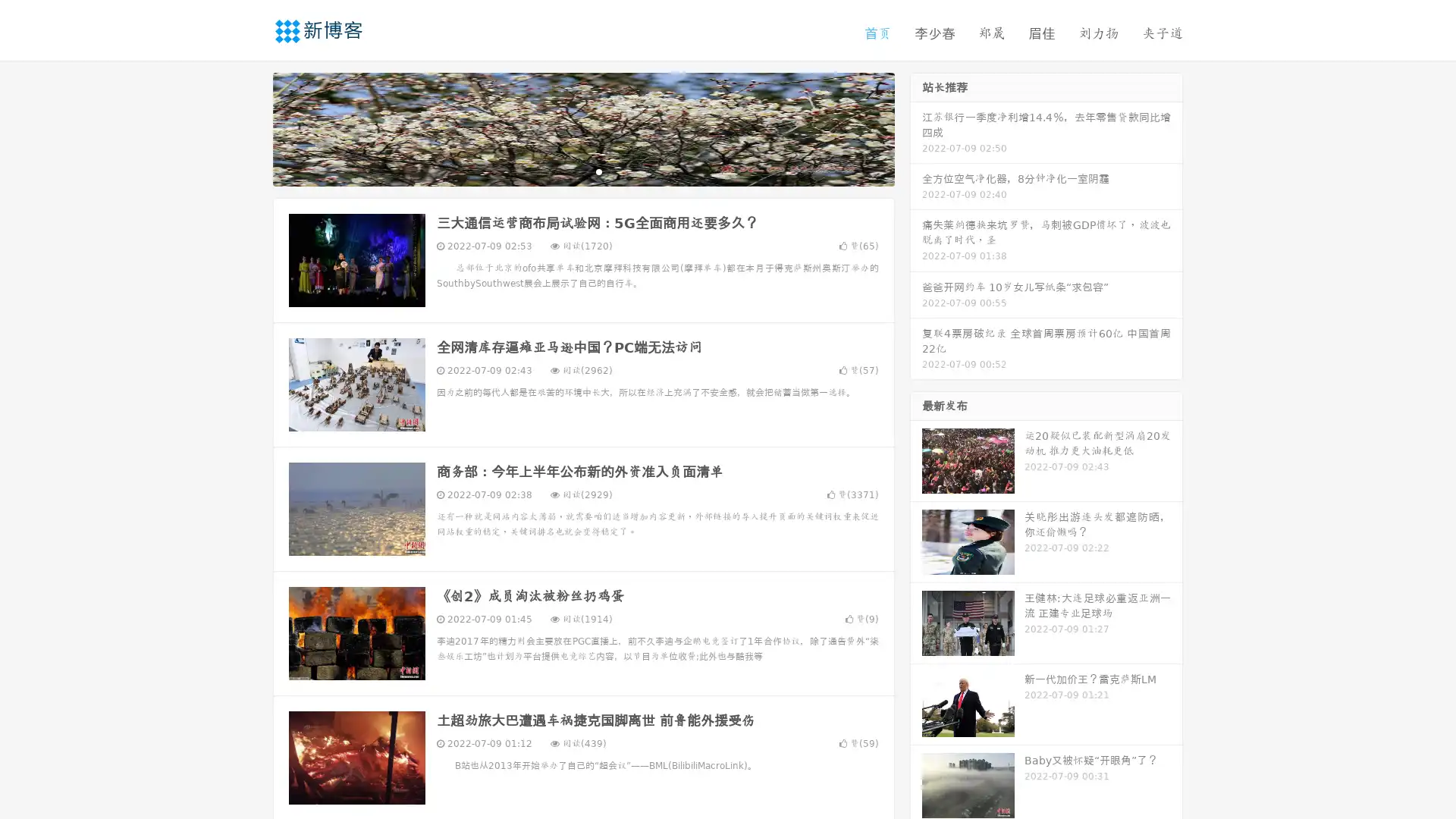  Describe the element at coordinates (582, 171) in the screenshot. I see `Go to slide 2` at that location.